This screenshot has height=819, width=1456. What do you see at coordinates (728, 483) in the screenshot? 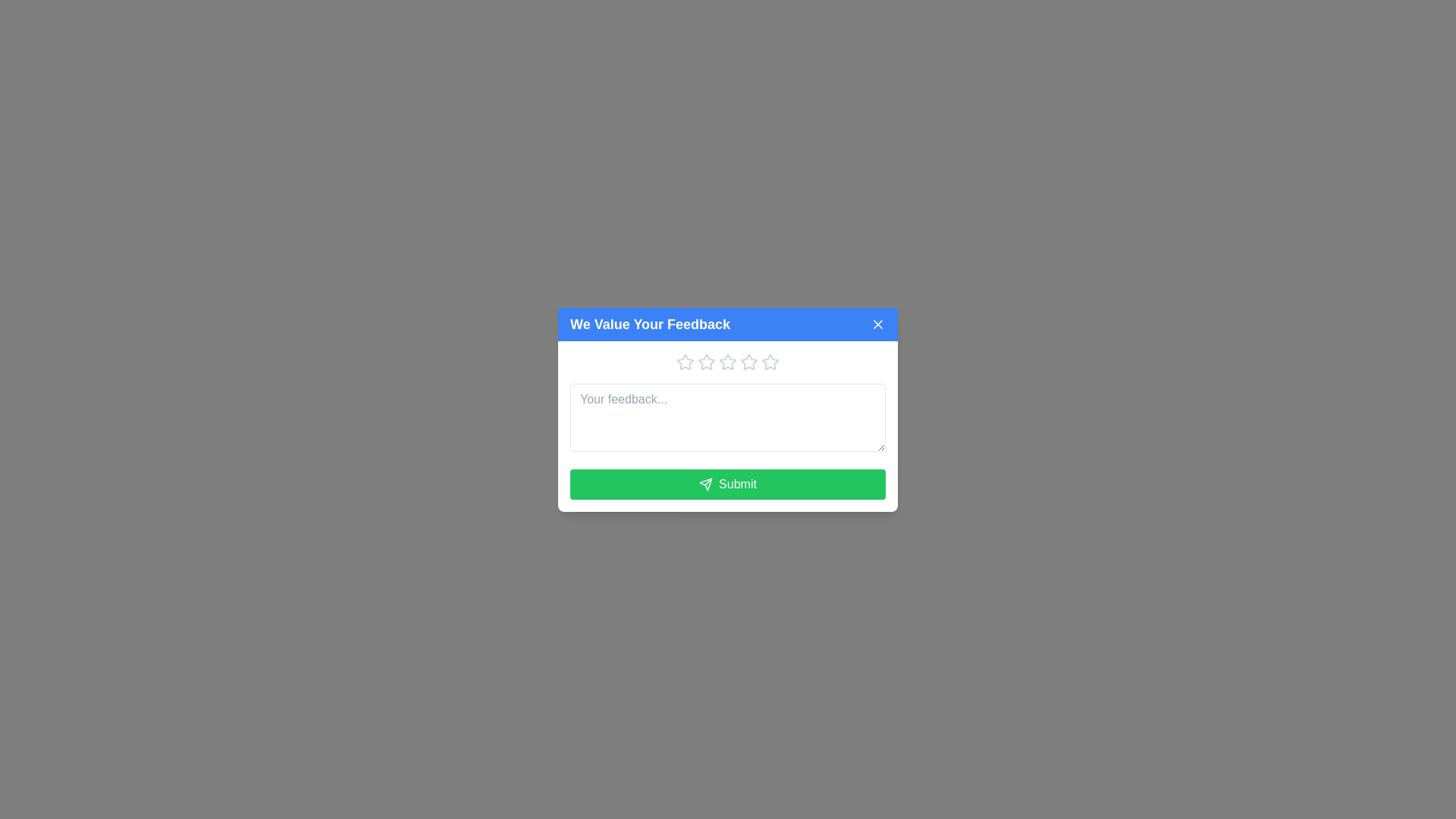
I see `the submit button located at the bottom of the visible modal` at bounding box center [728, 483].